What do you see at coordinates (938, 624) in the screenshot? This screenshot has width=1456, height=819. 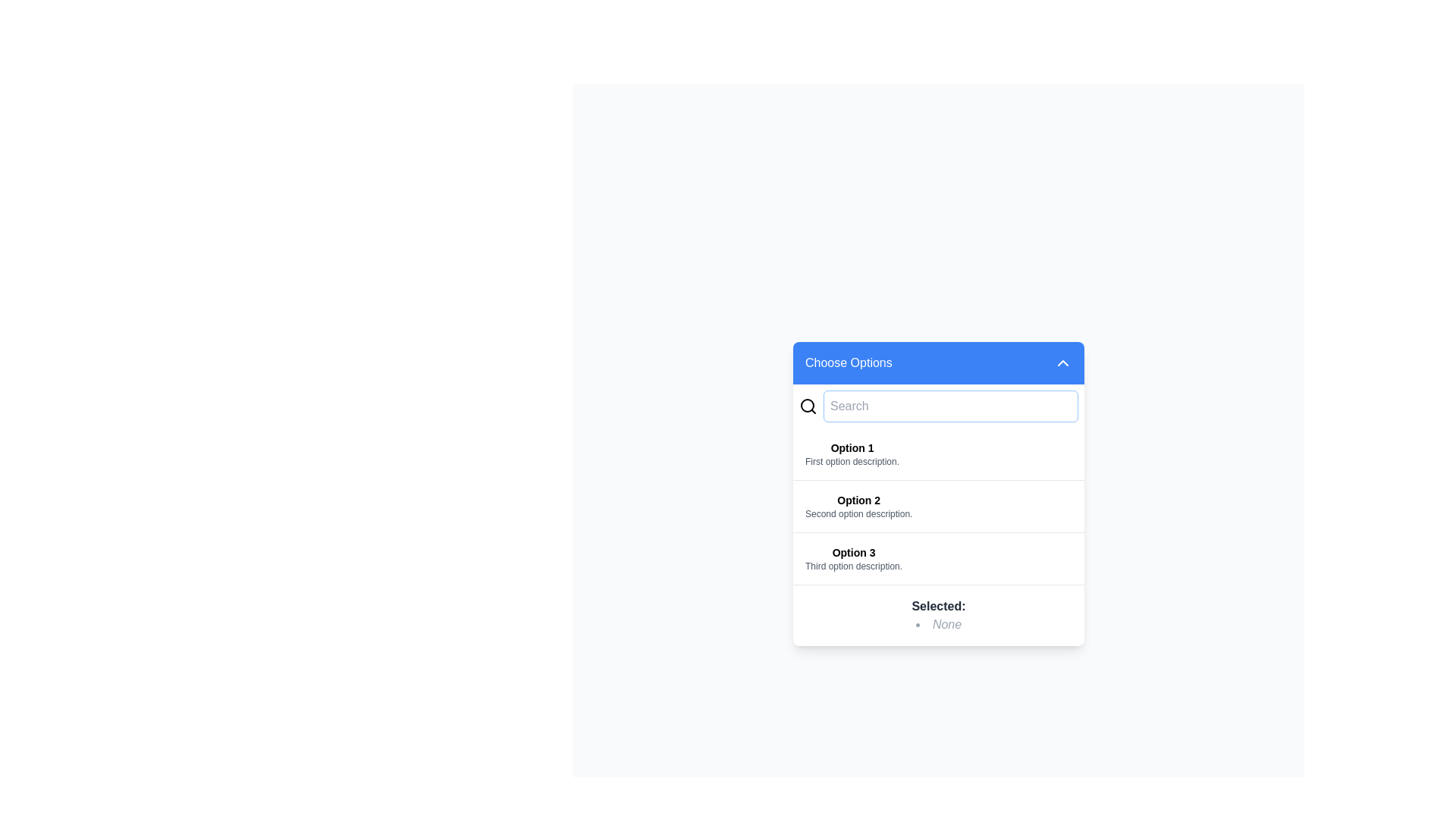 I see `text content of the Text/Label displaying 'None', which indicates a currently unselected state within the section titled 'Selected:'` at bounding box center [938, 624].